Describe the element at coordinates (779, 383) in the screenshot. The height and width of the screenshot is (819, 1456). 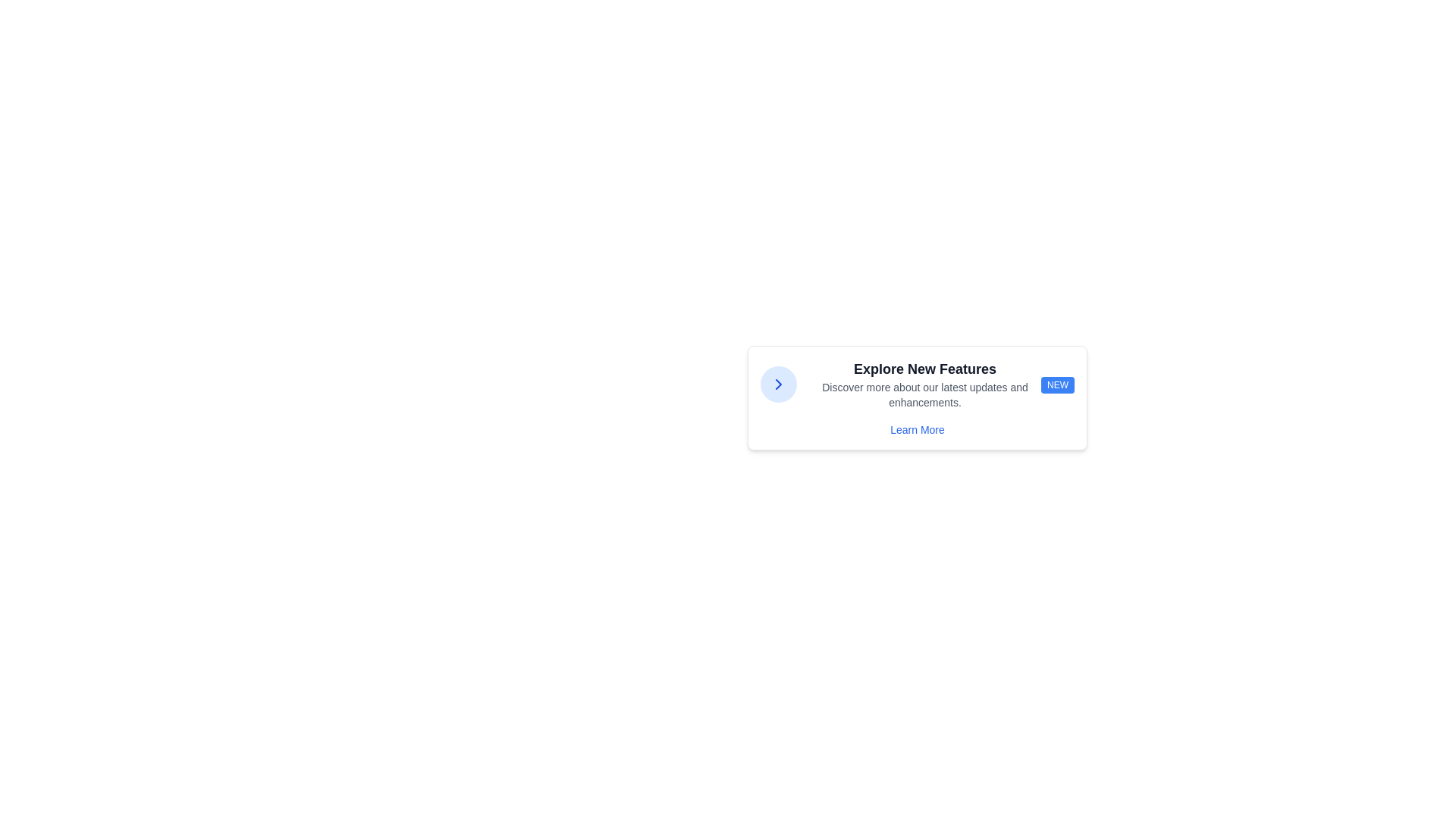
I see `the chevron arrow icon located within the circular blue button on the left side of the 'Explore New Features' notification card` at that location.